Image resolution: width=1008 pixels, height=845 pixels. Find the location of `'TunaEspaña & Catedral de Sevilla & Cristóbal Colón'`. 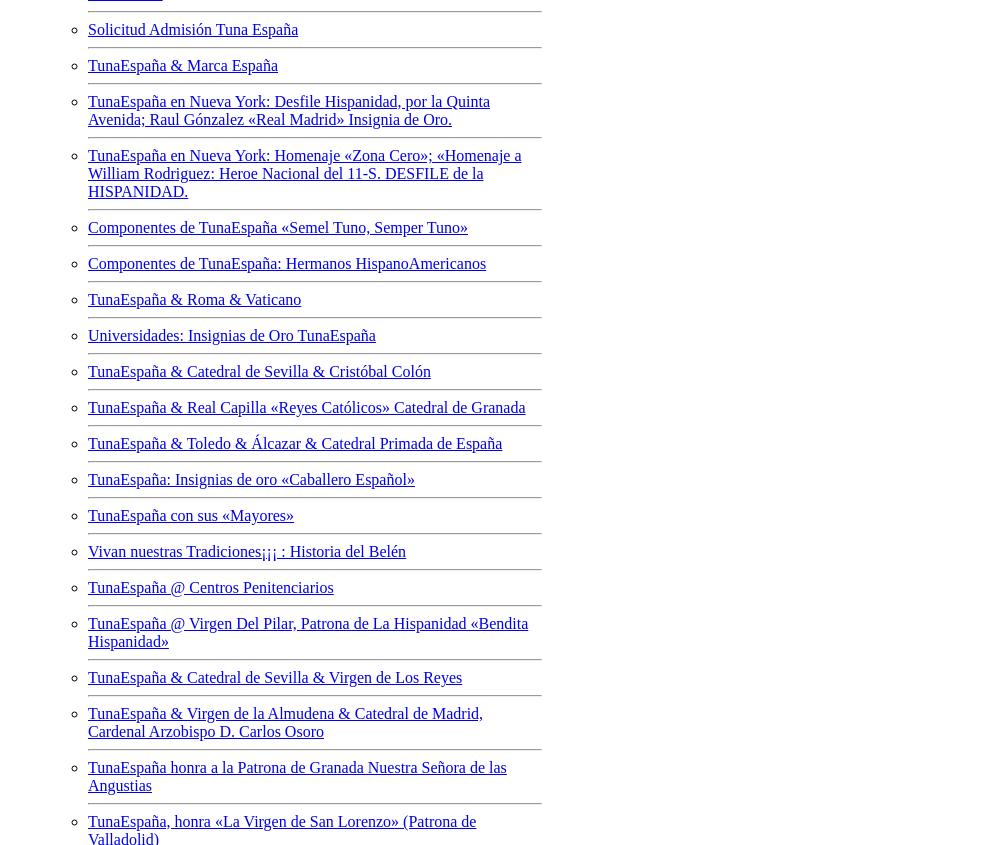

'TunaEspaña & Catedral de Sevilla & Cristóbal Colón' is located at coordinates (258, 369).